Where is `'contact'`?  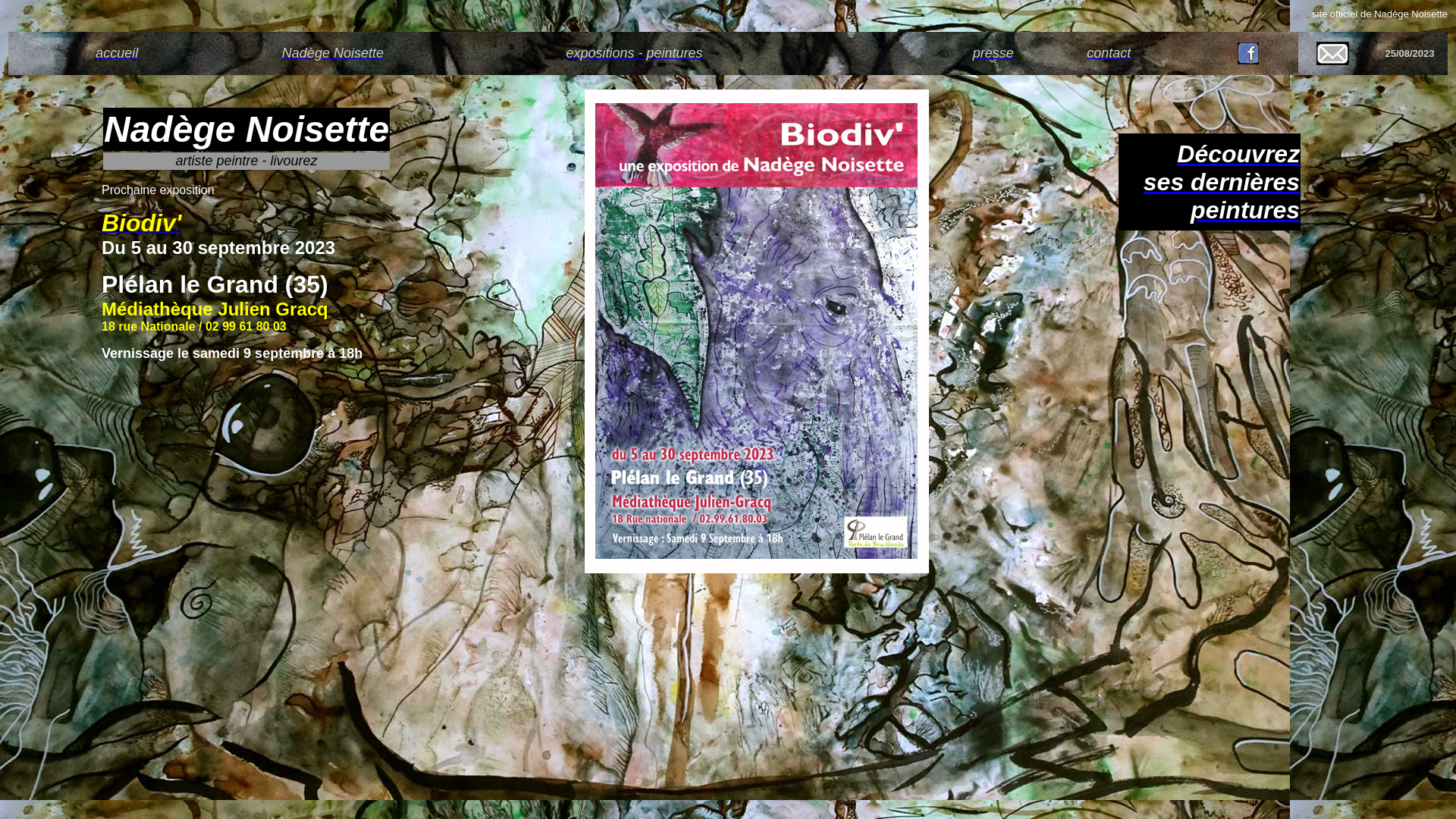 'contact' is located at coordinates (1109, 52).